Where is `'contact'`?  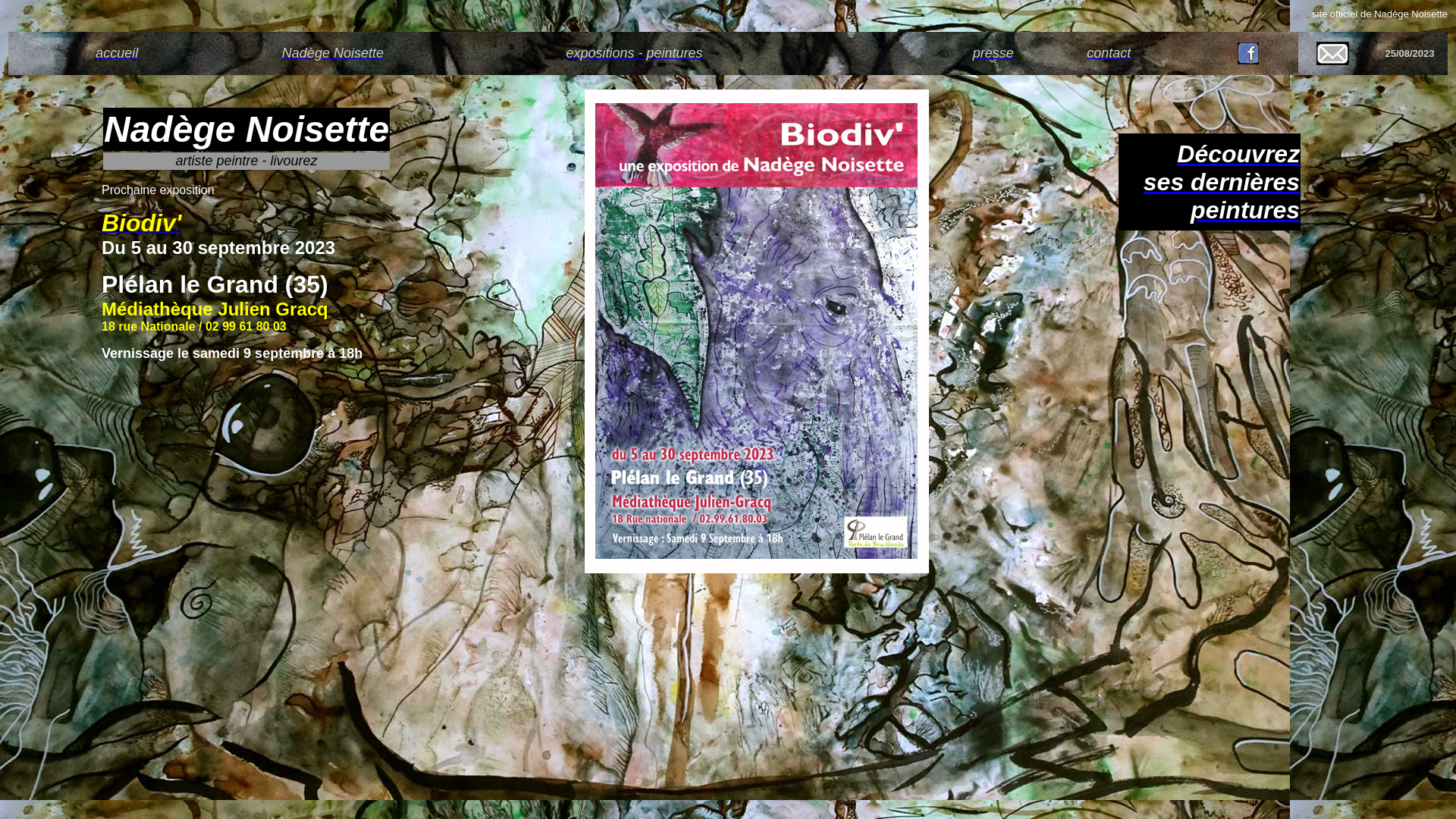 'contact' is located at coordinates (1109, 52).